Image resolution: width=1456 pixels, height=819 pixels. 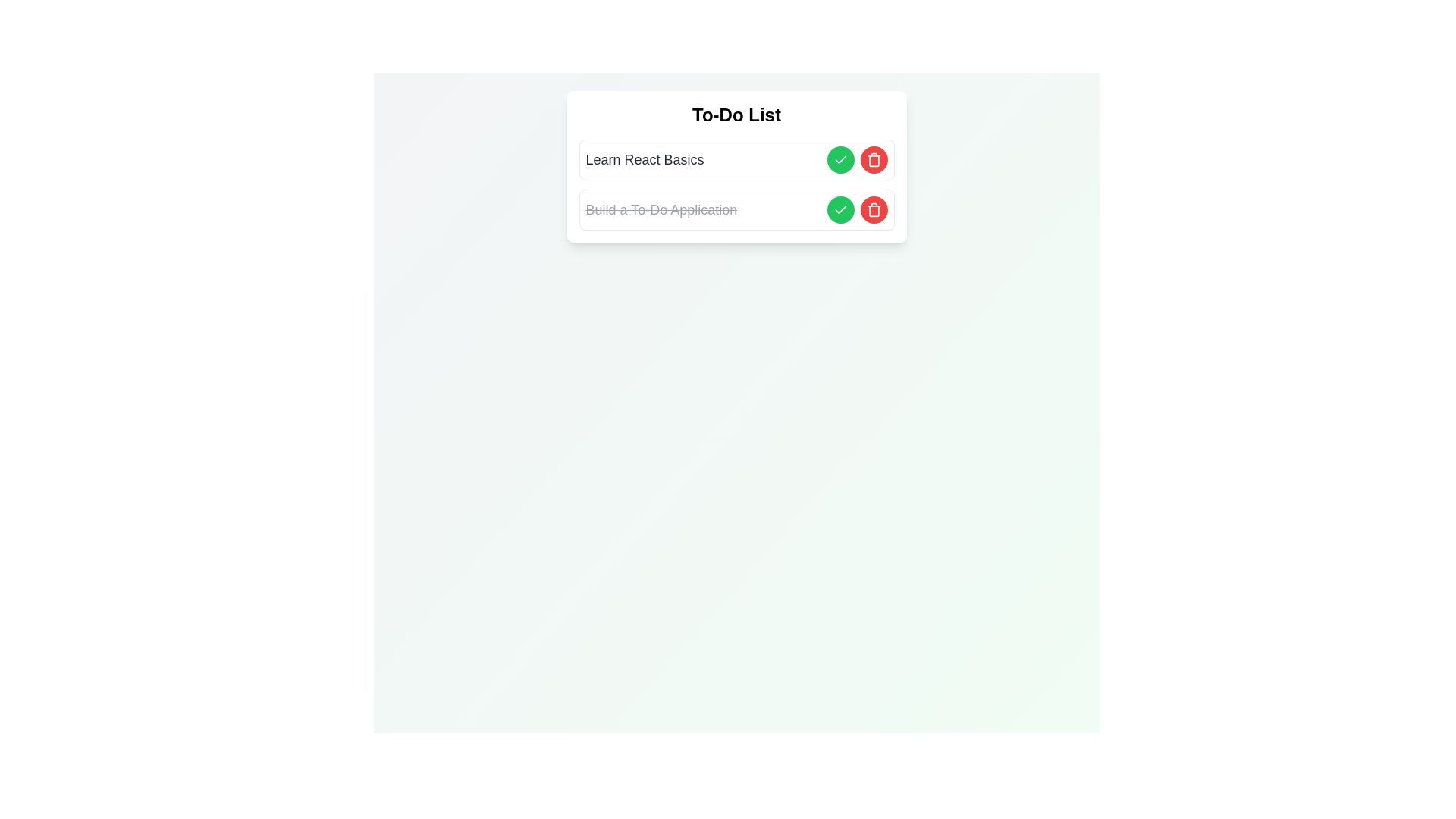 I want to click on the green circular button icon indicating the completion of the task 'Learn React Basics', so click(x=839, y=209).